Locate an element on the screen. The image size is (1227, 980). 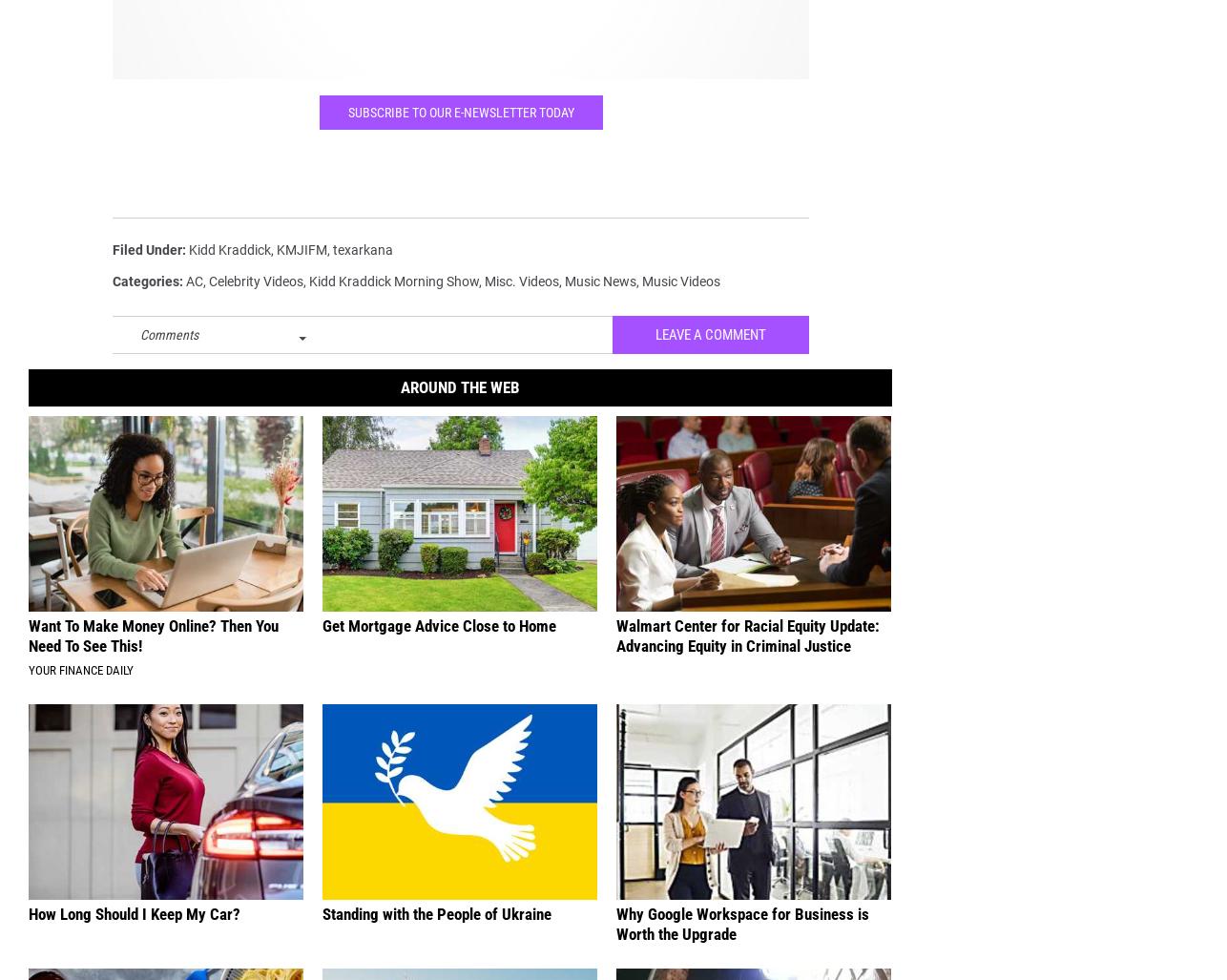
'Music News' is located at coordinates (599, 294).